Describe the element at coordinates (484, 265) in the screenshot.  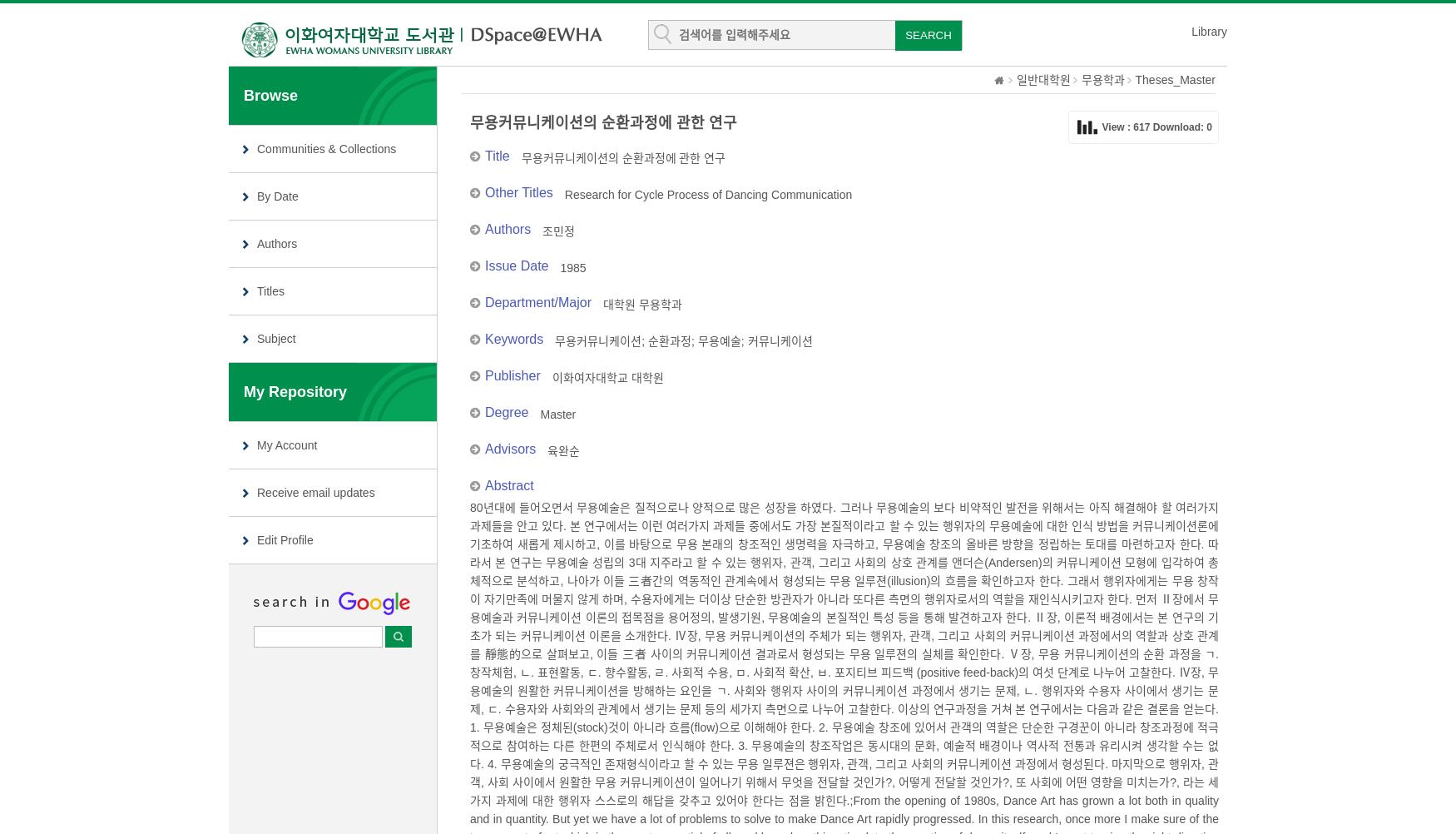
I see `'Issue Date'` at that location.